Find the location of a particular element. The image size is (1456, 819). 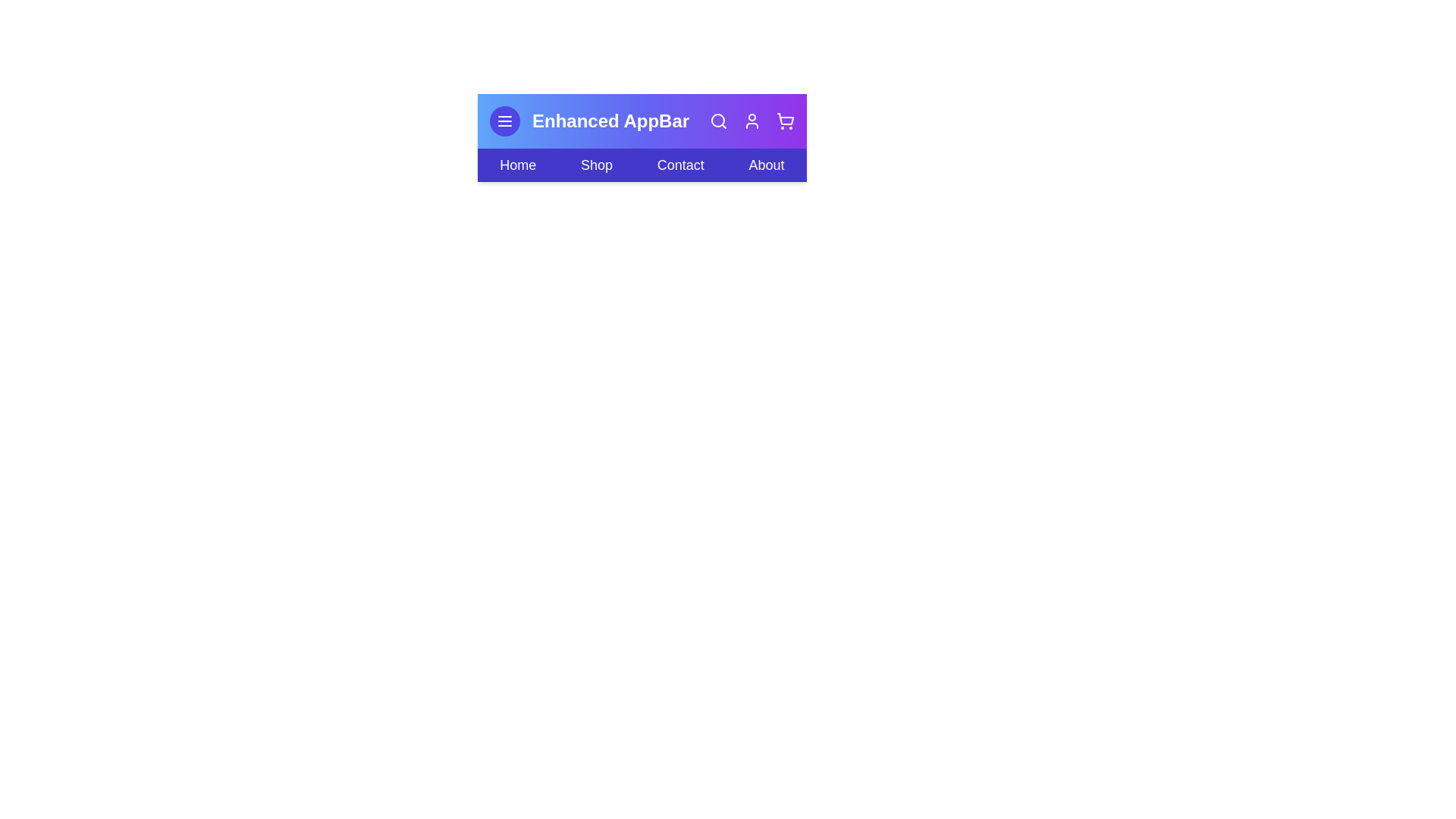

the About navigation link is located at coordinates (767, 165).